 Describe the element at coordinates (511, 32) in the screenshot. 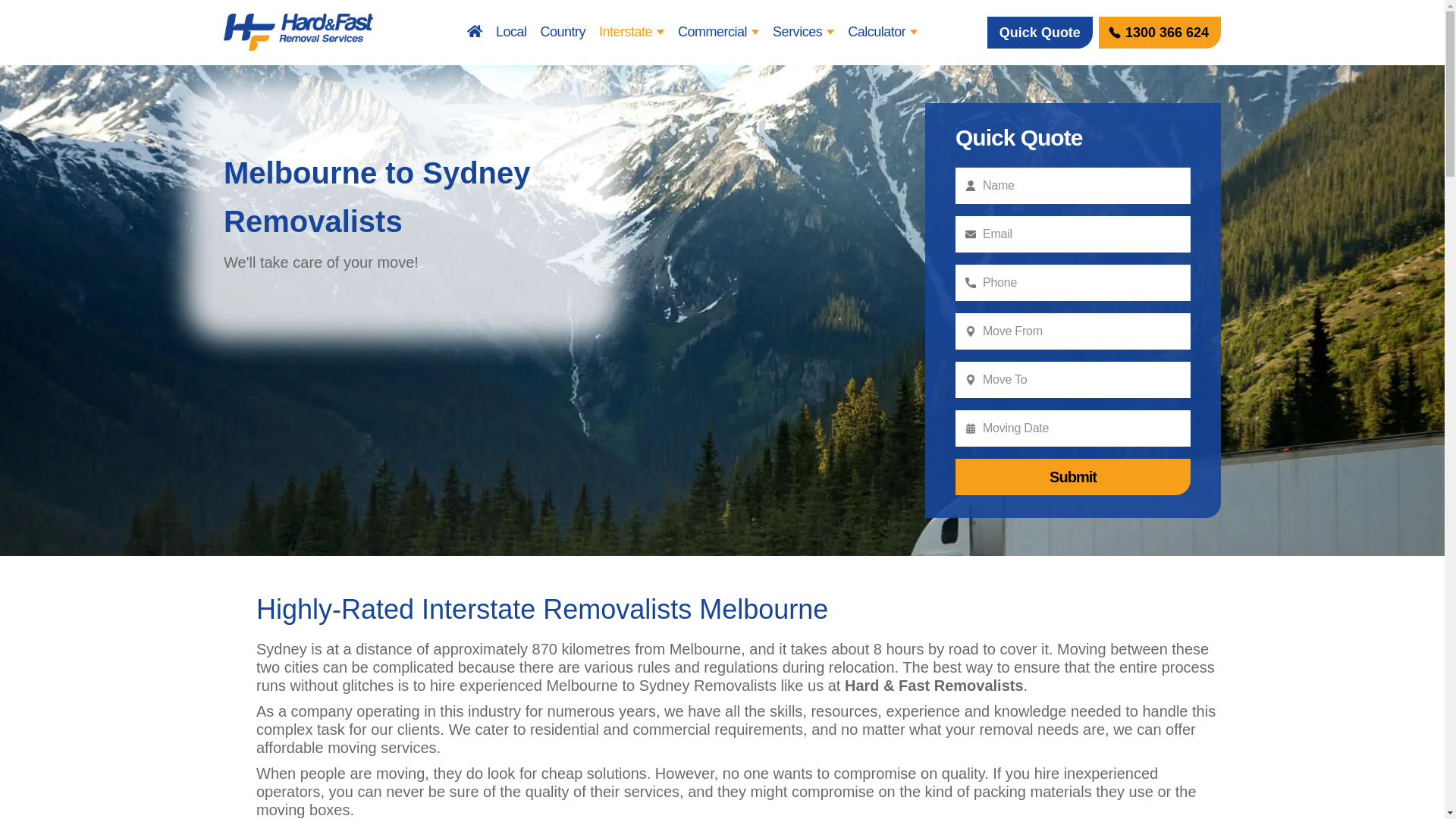

I see `'Local'` at that location.